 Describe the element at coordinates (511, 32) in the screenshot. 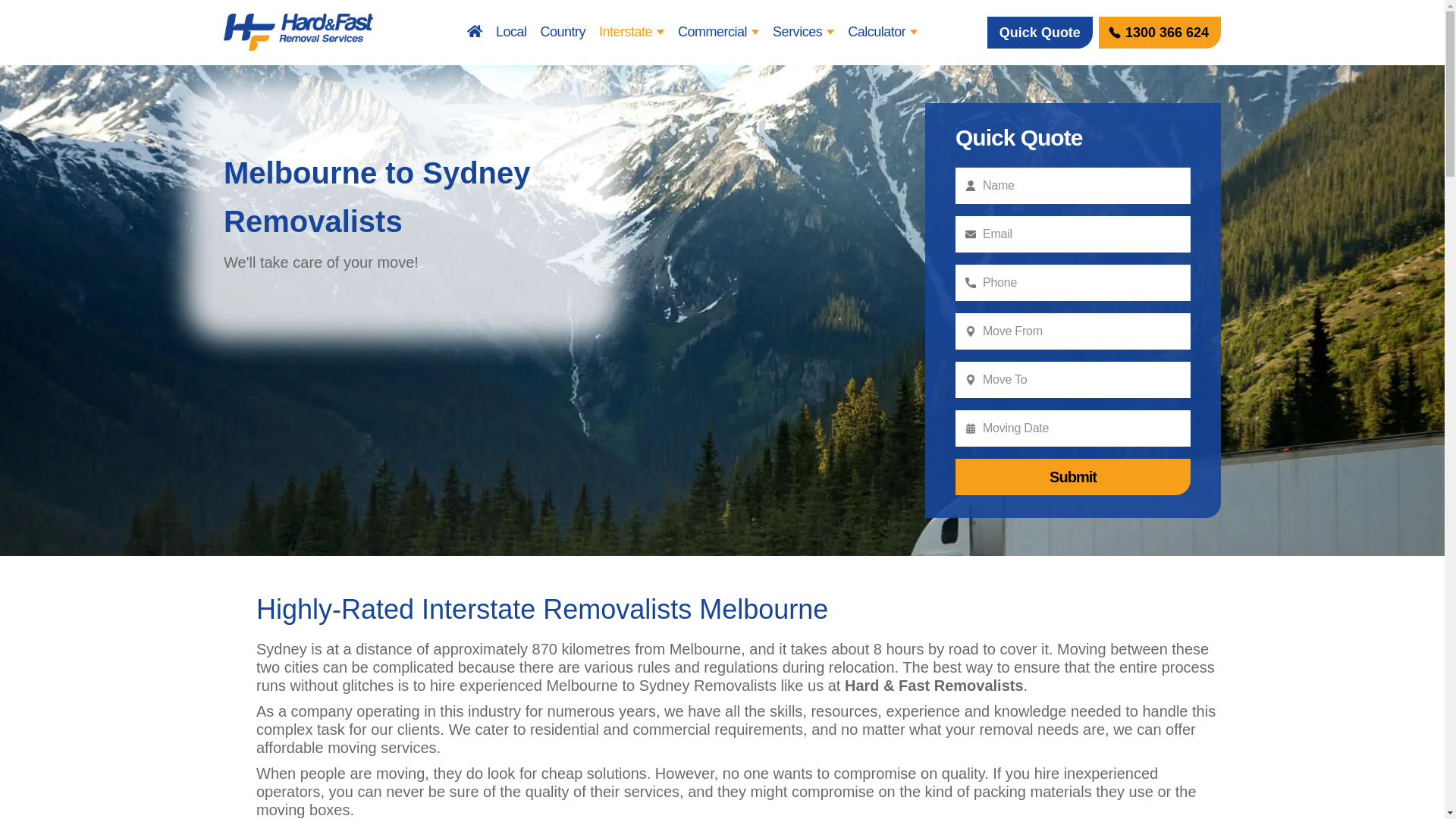

I see `'Local'` at that location.